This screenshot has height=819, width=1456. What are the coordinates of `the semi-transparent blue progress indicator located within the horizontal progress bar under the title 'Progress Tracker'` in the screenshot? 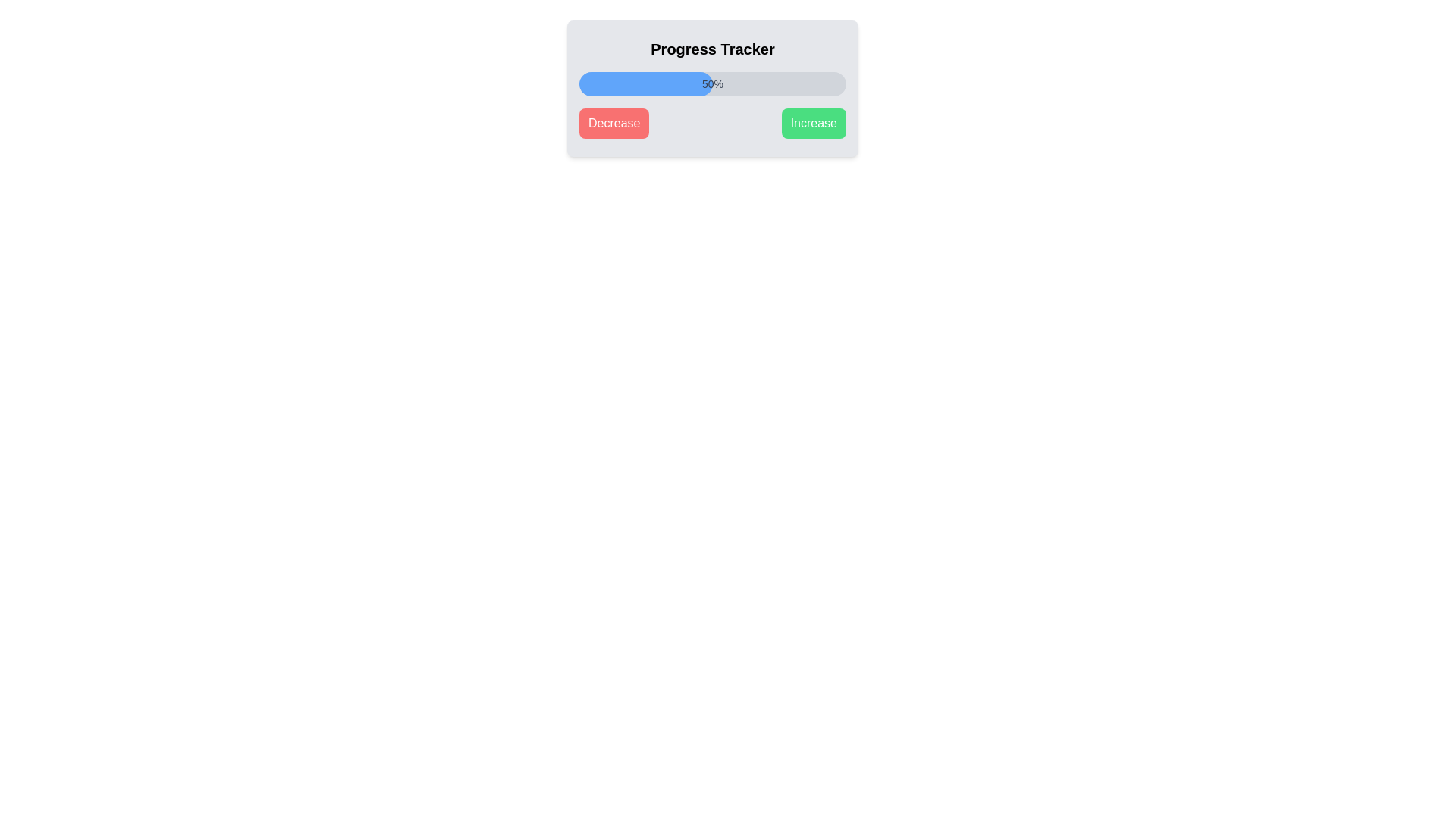 It's located at (645, 84).